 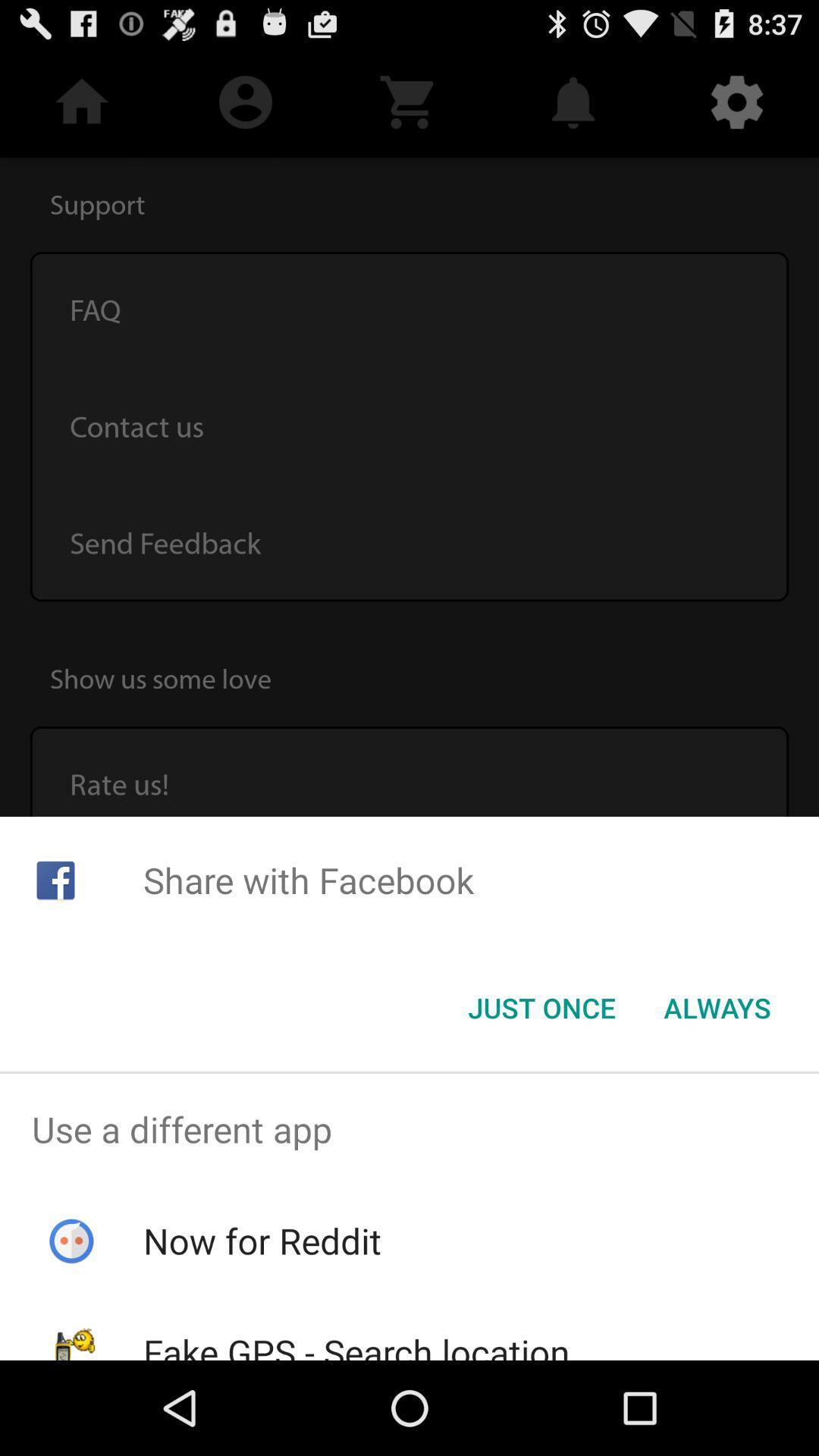 What do you see at coordinates (541, 1008) in the screenshot?
I see `the app below the share with facebook app` at bounding box center [541, 1008].